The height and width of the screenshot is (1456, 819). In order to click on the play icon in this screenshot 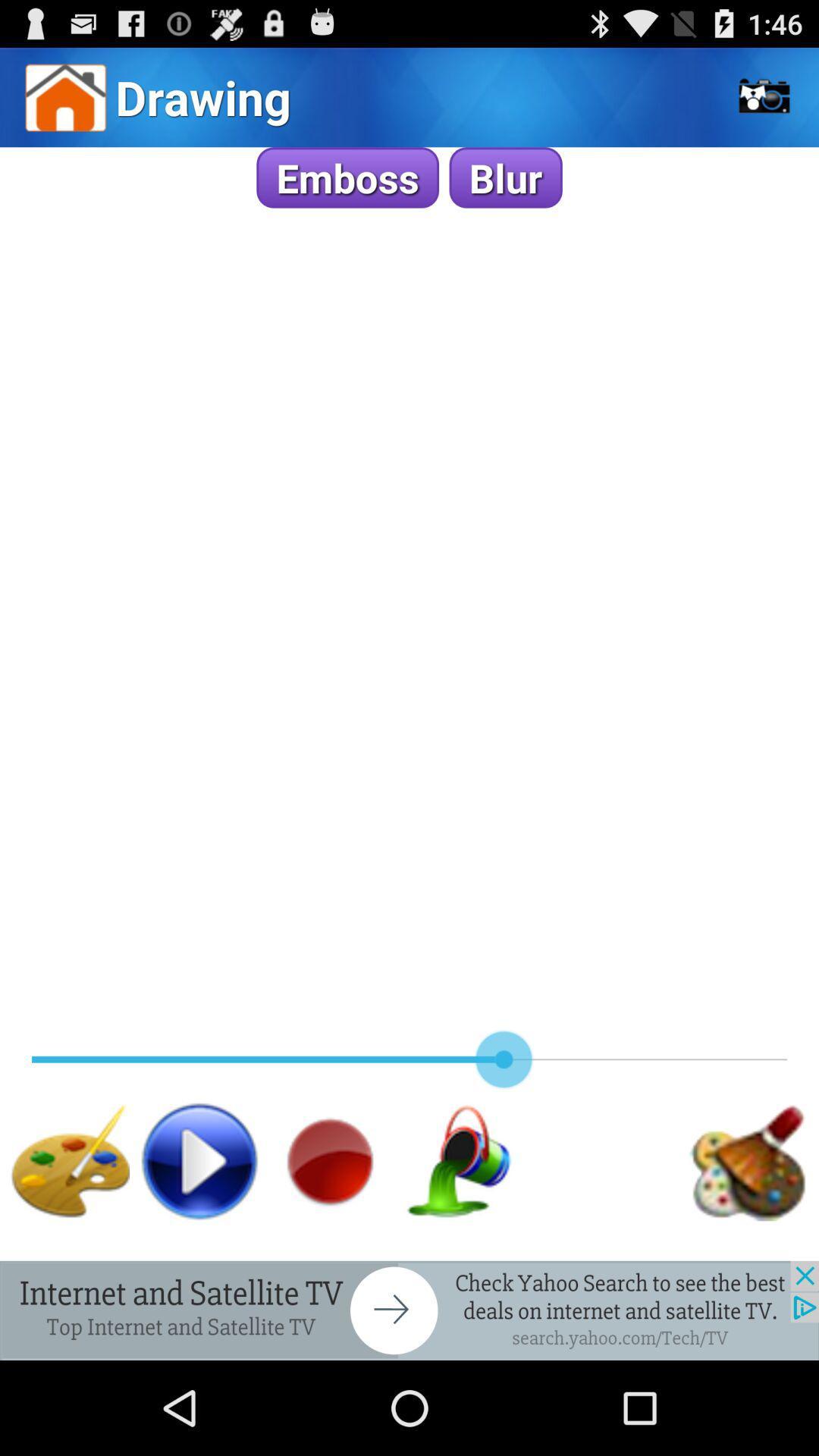, I will do `click(199, 1243)`.